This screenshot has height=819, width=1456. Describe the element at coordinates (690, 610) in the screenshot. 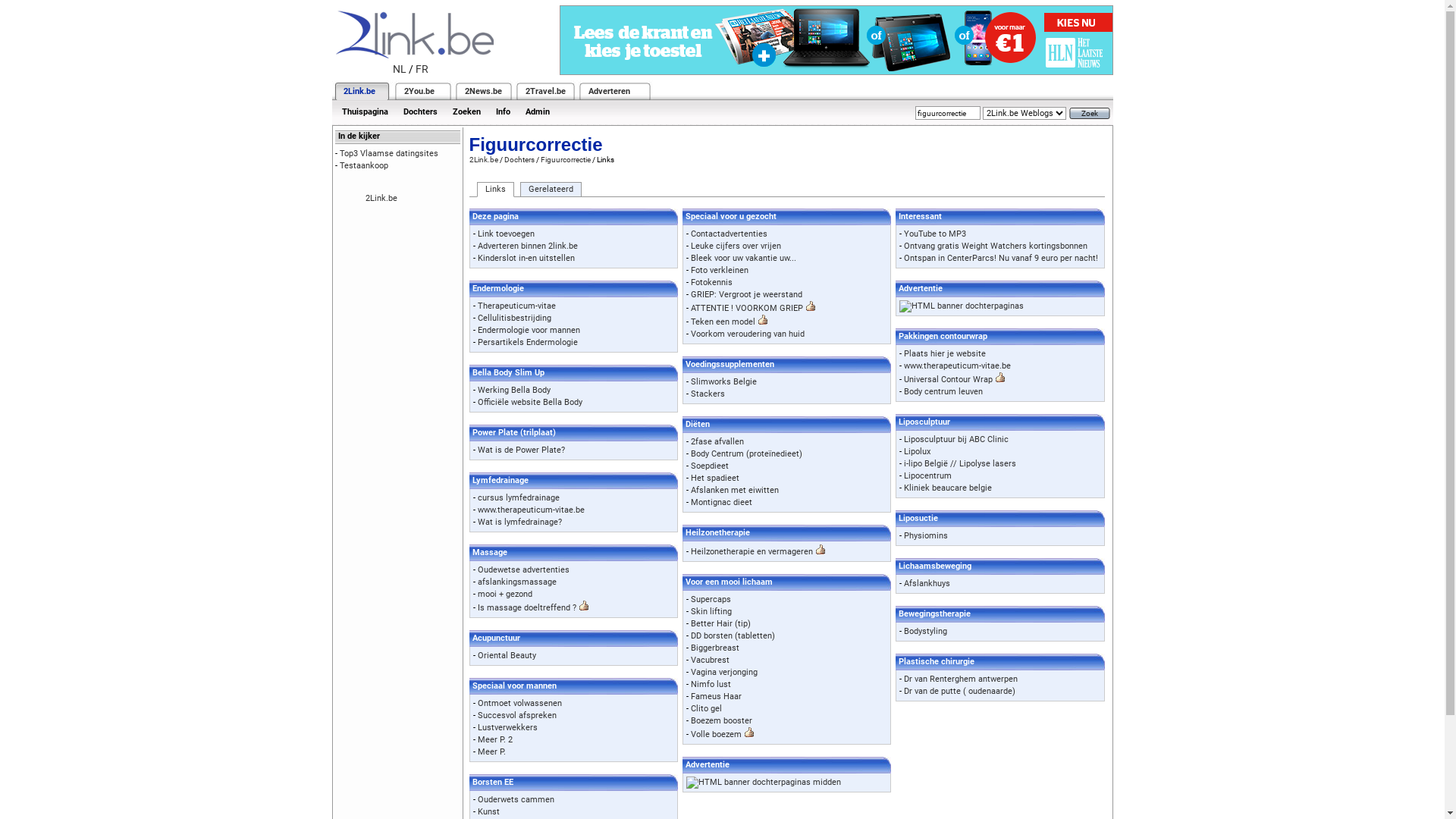

I see `'Skin lifting'` at that location.